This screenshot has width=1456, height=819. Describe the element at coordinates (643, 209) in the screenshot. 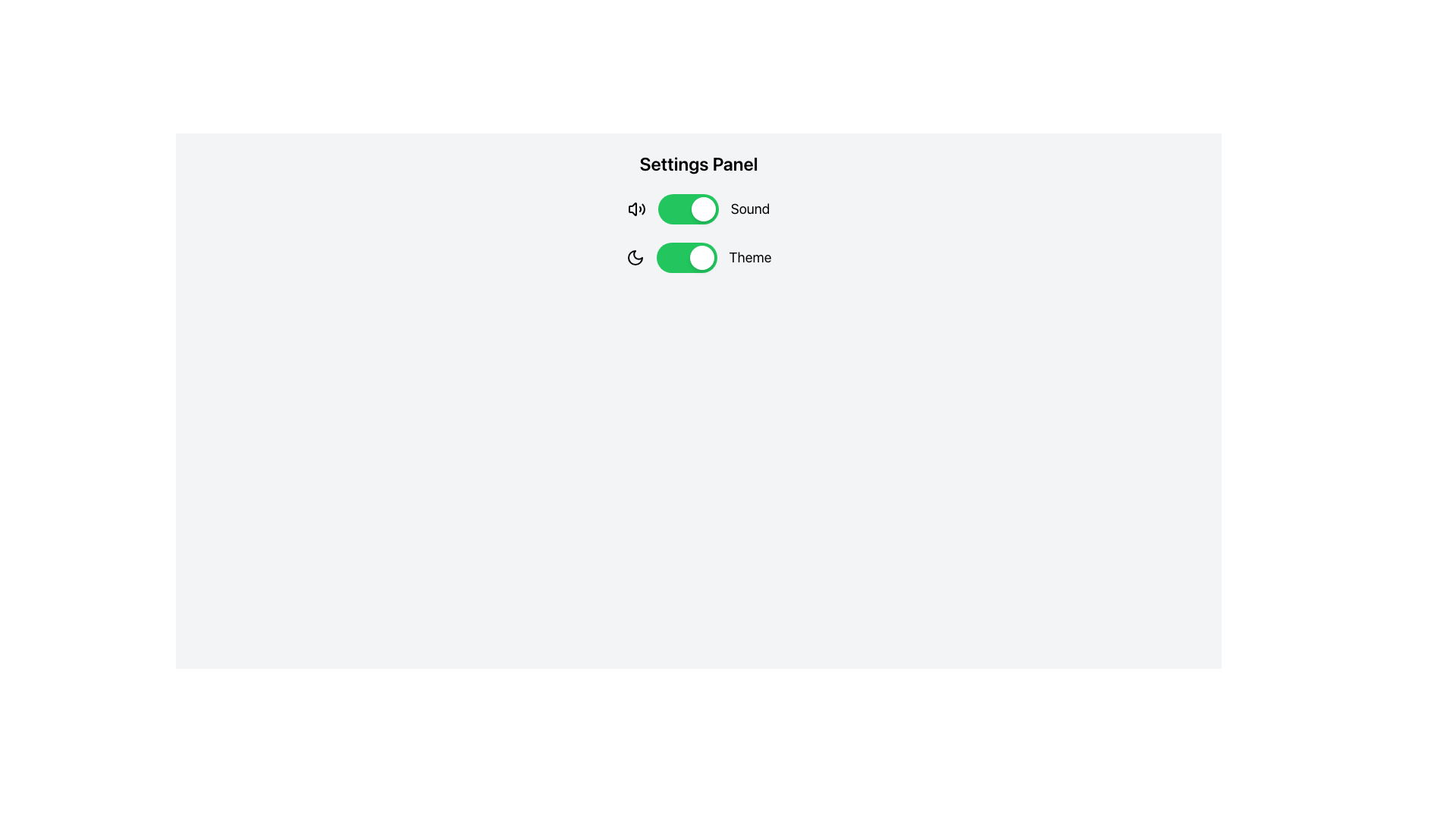

I see `the sound wave icon fragment, which is the third arc in the volume icon, positioned to the far right of the other two arcs` at that location.